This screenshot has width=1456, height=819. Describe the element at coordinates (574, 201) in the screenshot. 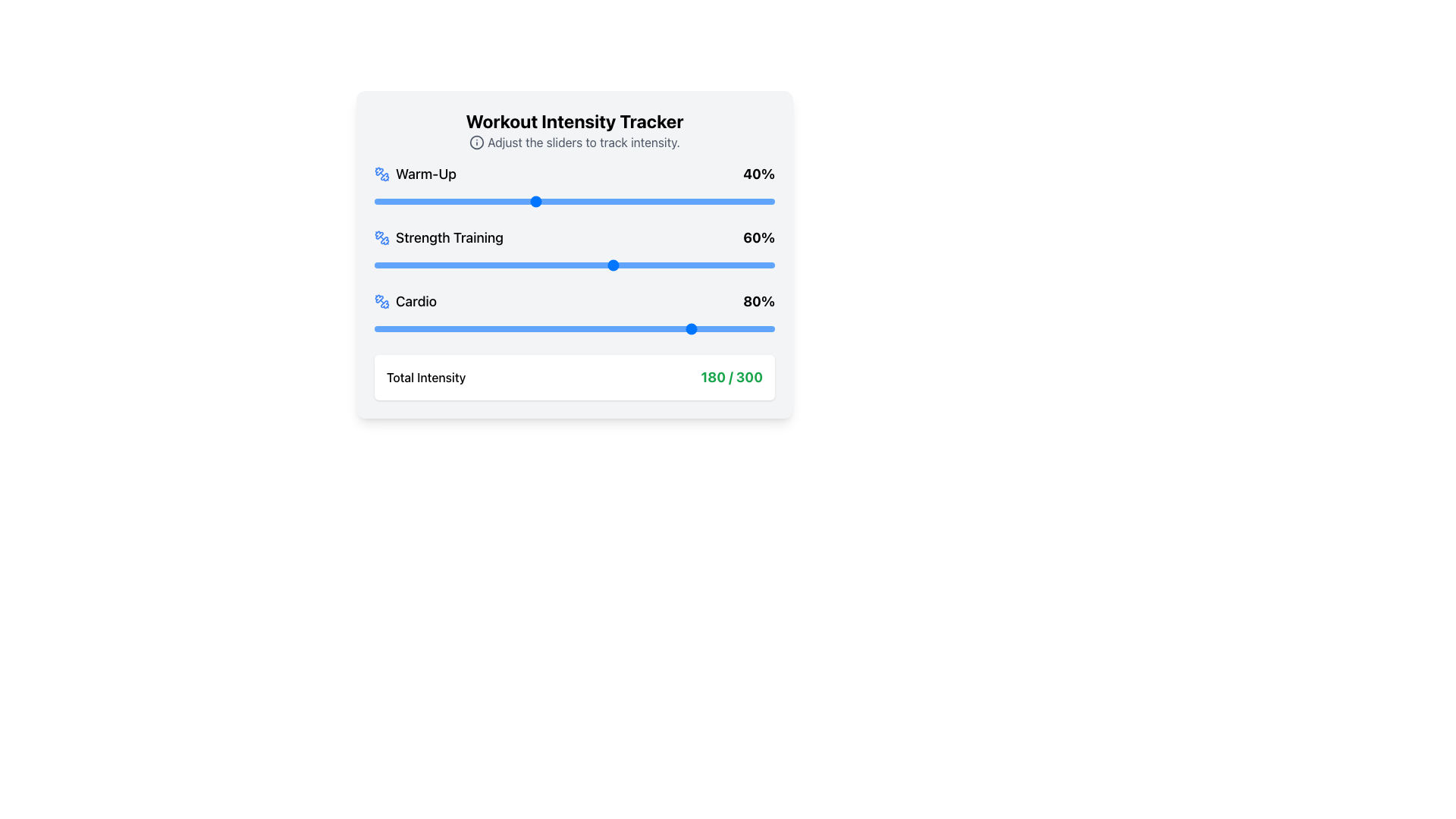

I see `the range slider input that adjusts the intensity level of the warm-up activity, located below the 'Warm-Up' label and '40%' text` at that location.